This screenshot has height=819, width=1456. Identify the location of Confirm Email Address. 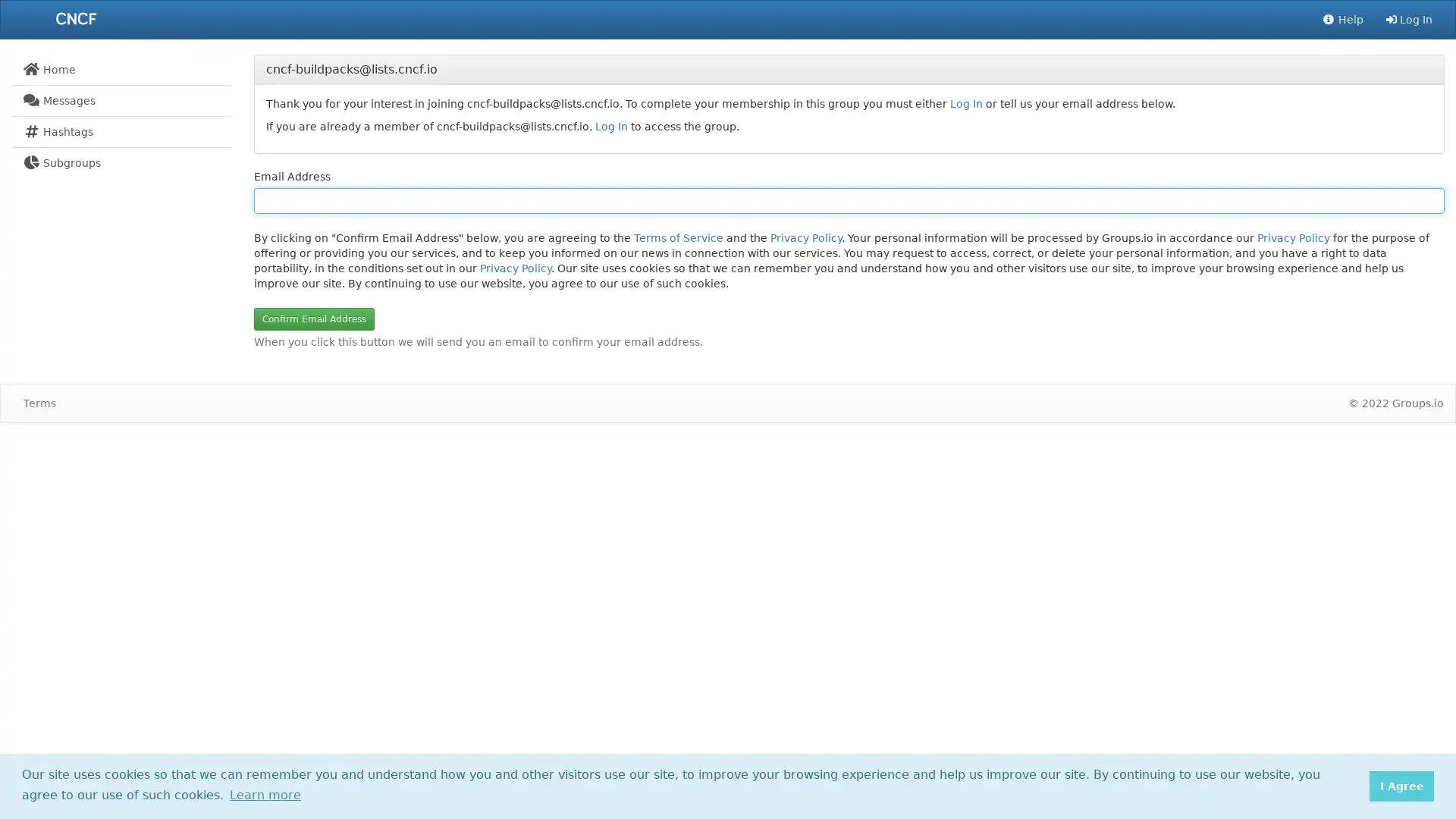
(312, 318).